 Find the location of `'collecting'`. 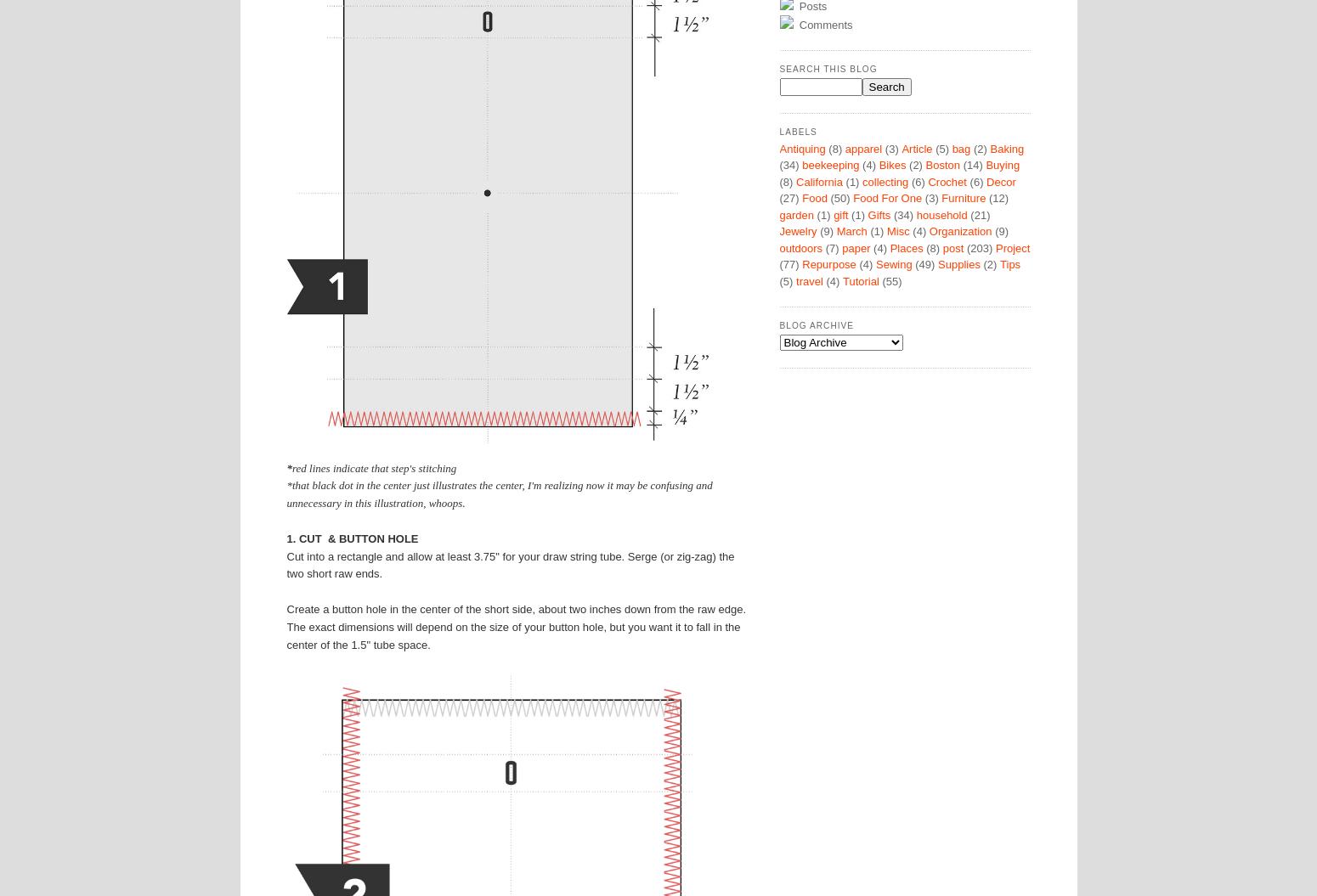

'collecting' is located at coordinates (885, 180).